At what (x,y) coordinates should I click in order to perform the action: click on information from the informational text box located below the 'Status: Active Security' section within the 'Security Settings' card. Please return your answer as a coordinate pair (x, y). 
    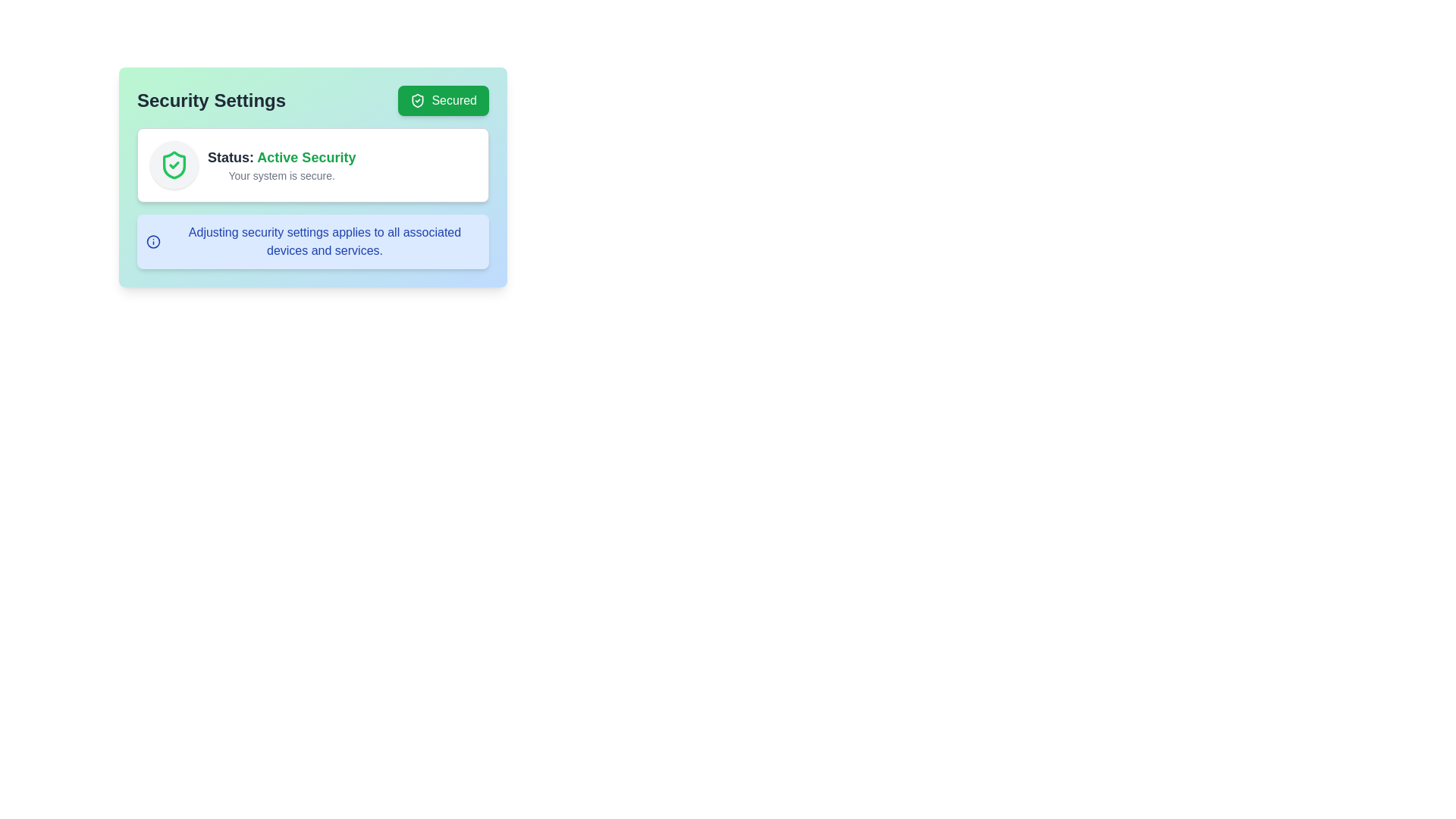
    Looking at the image, I should click on (312, 241).